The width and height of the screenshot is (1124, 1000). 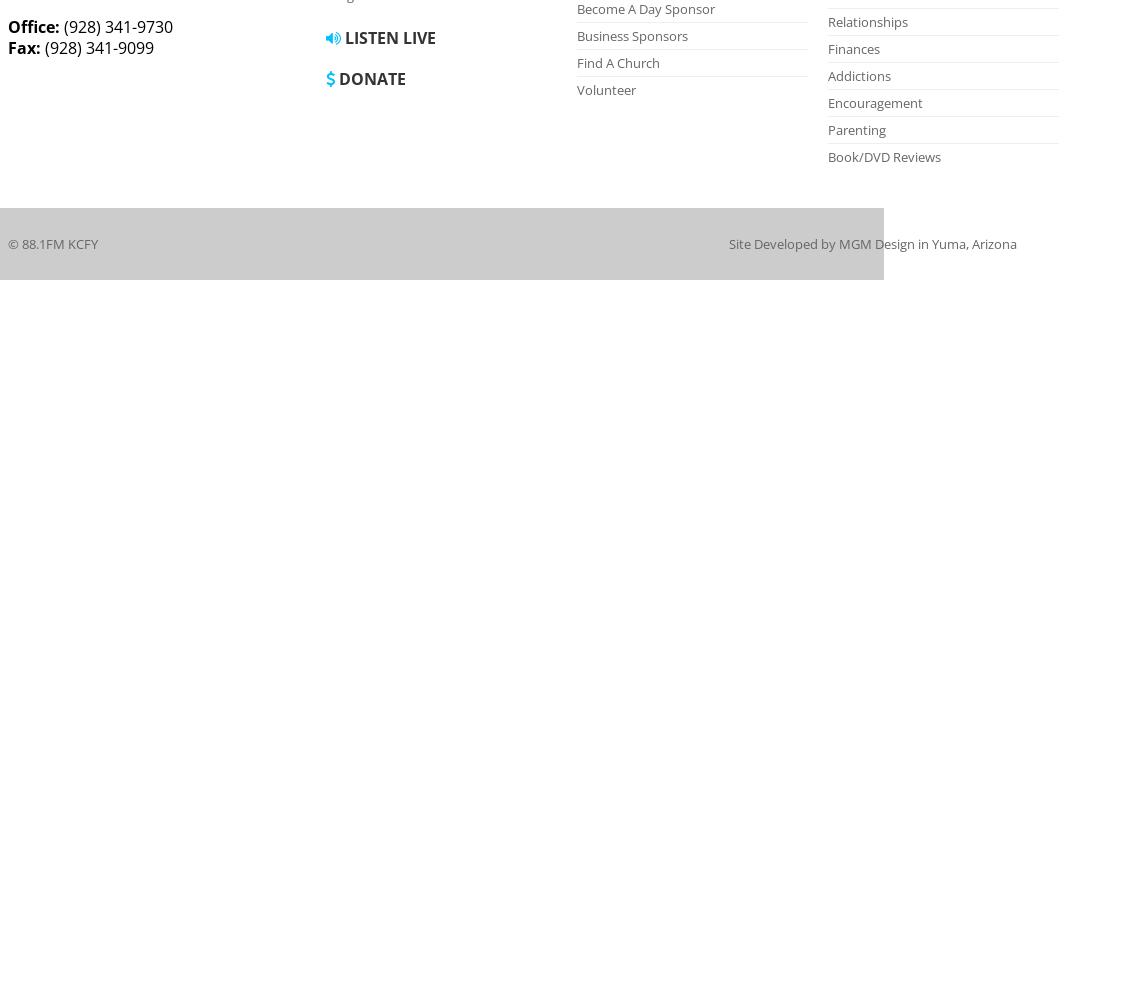 I want to click on 'LISTEN LIVE', so click(x=387, y=37).